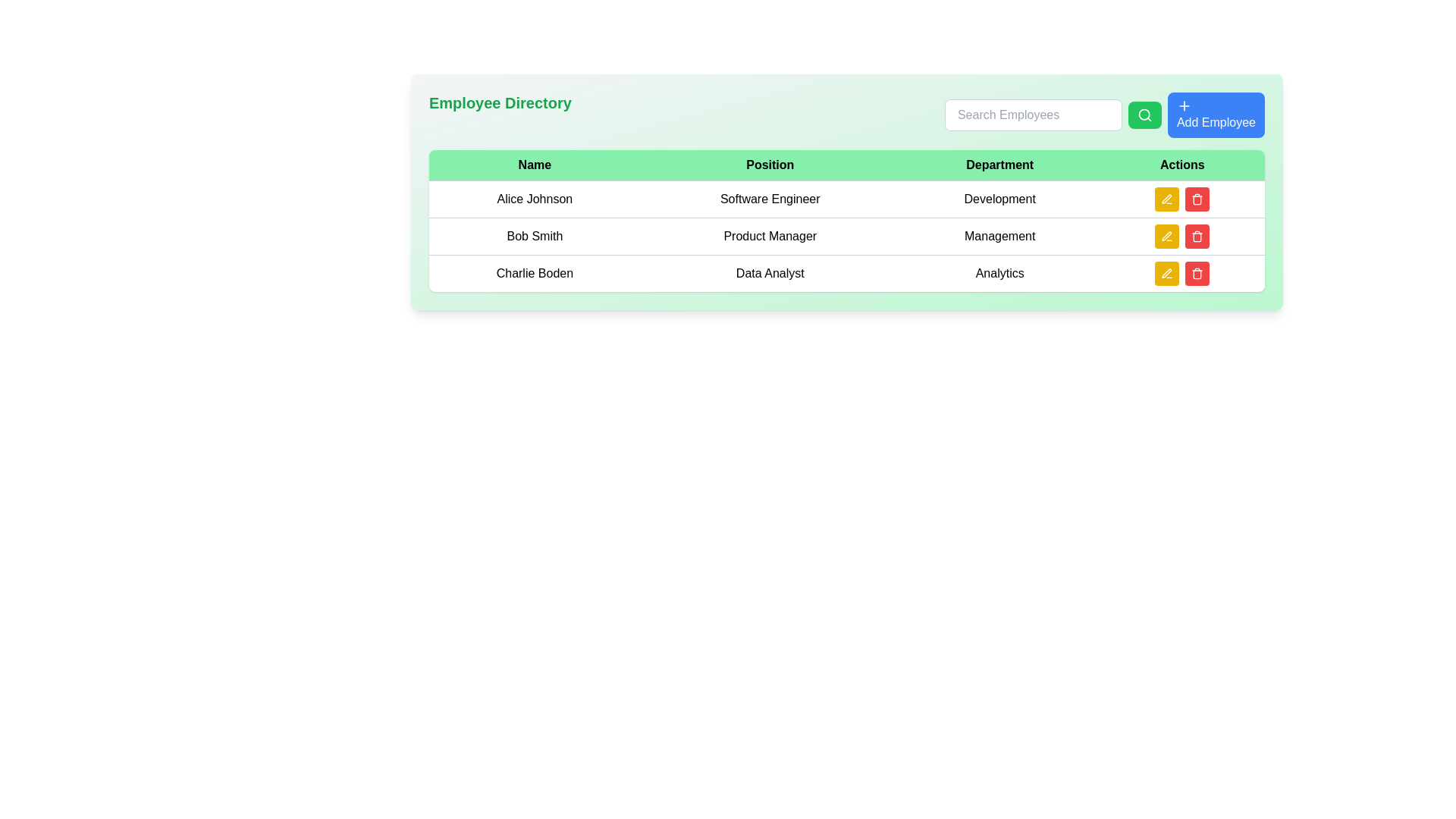 The height and width of the screenshot is (819, 1456). What do you see at coordinates (500, 114) in the screenshot?
I see `the Text Label that serves as a title for the Employee Directory section, positioned at the top left among its siblings` at bounding box center [500, 114].